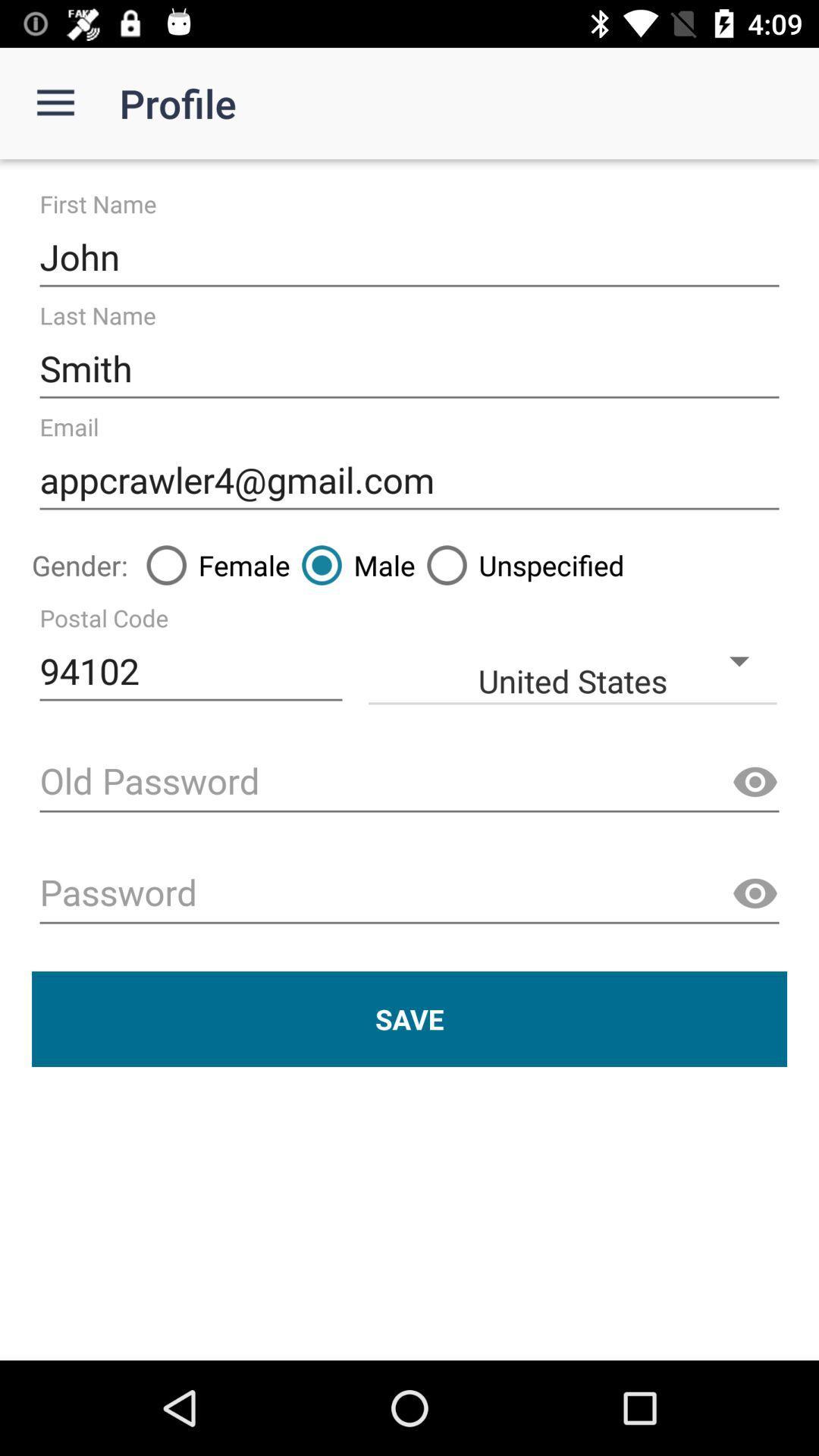  I want to click on the visibility icon, so click(755, 783).